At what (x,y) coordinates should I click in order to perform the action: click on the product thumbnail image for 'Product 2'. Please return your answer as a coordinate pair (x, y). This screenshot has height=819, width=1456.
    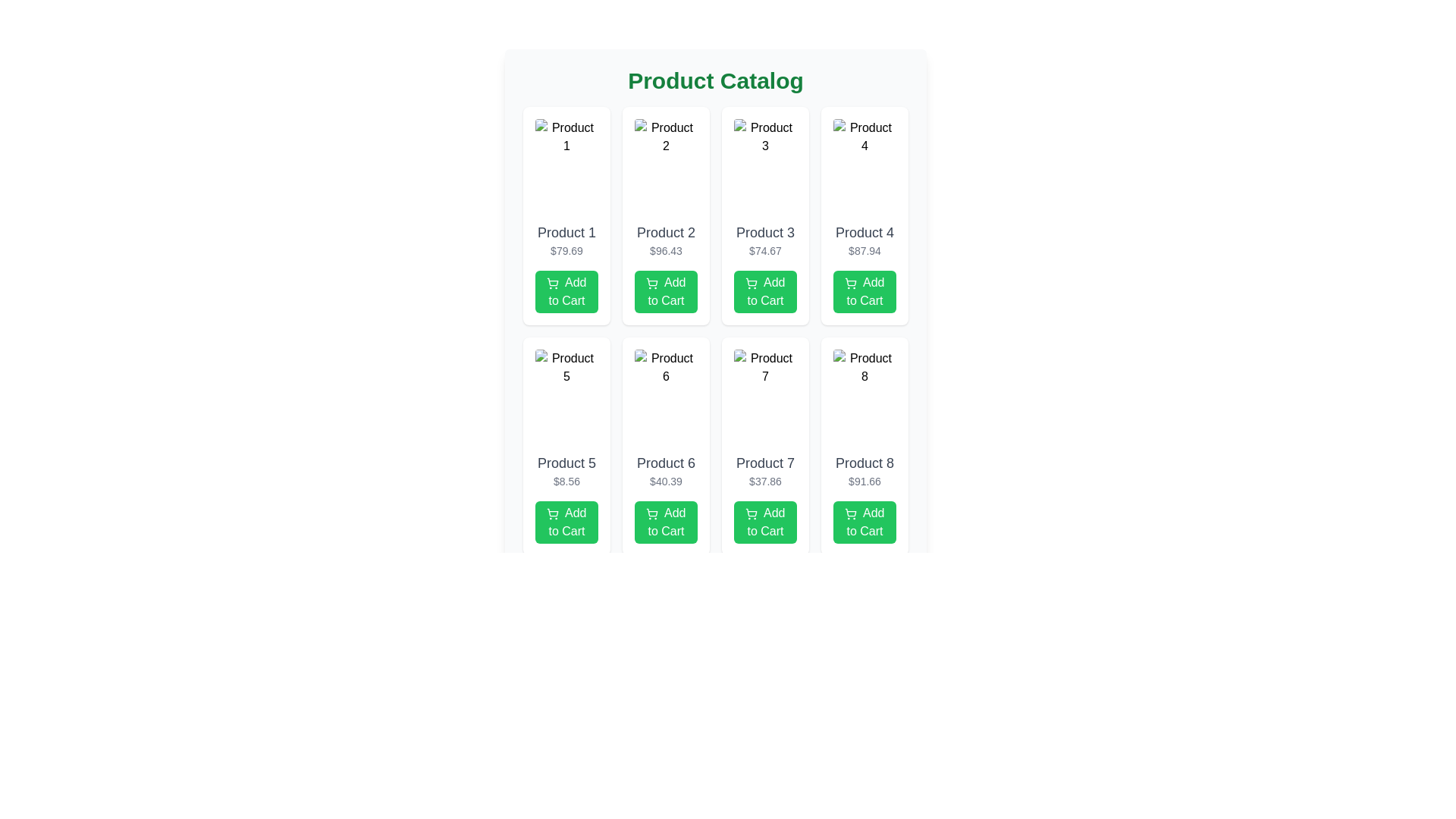
    Looking at the image, I should click on (666, 167).